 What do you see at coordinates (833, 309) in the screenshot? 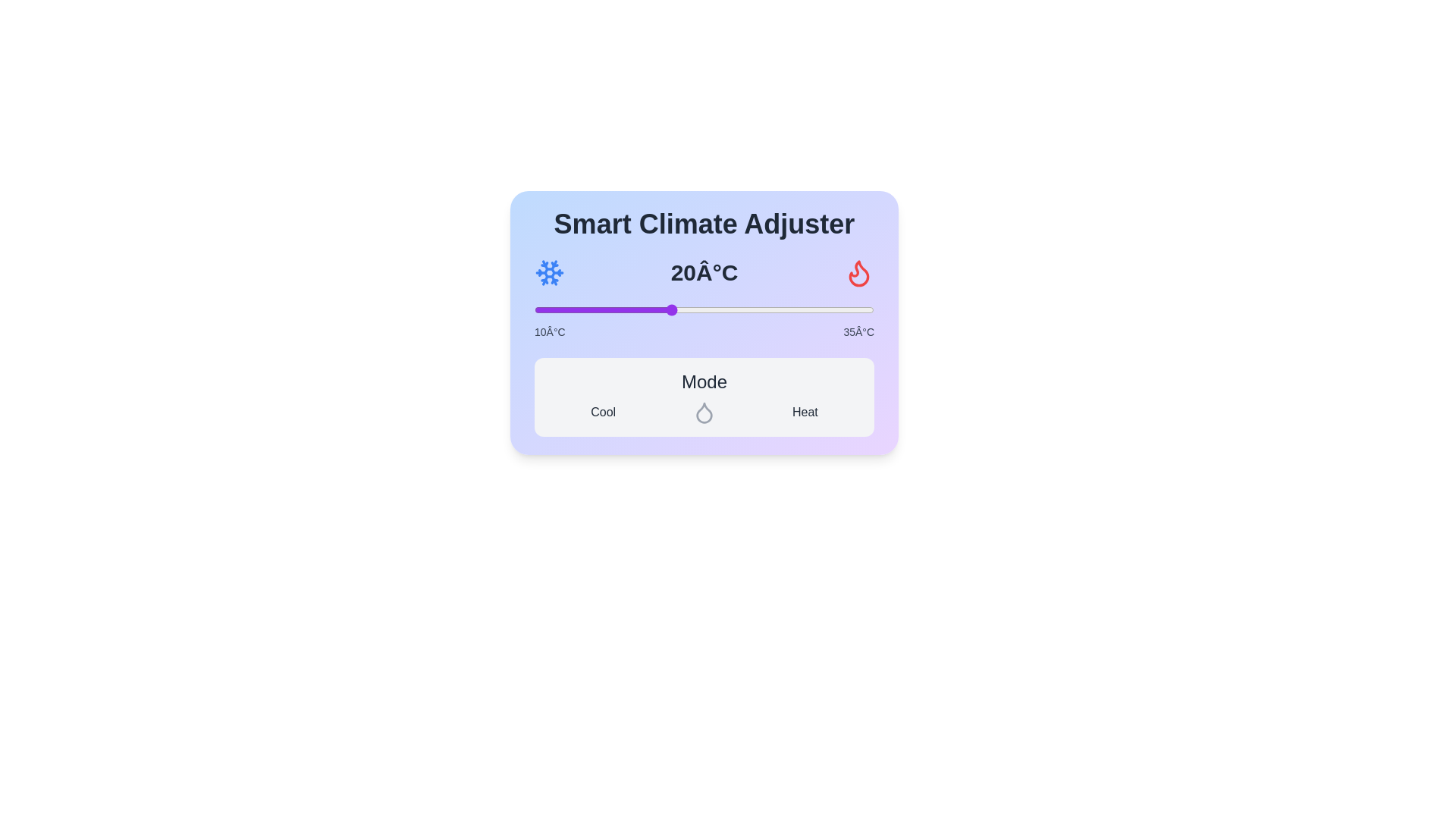
I see `the temperature slider to 32°C` at bounding box center [833, 309].